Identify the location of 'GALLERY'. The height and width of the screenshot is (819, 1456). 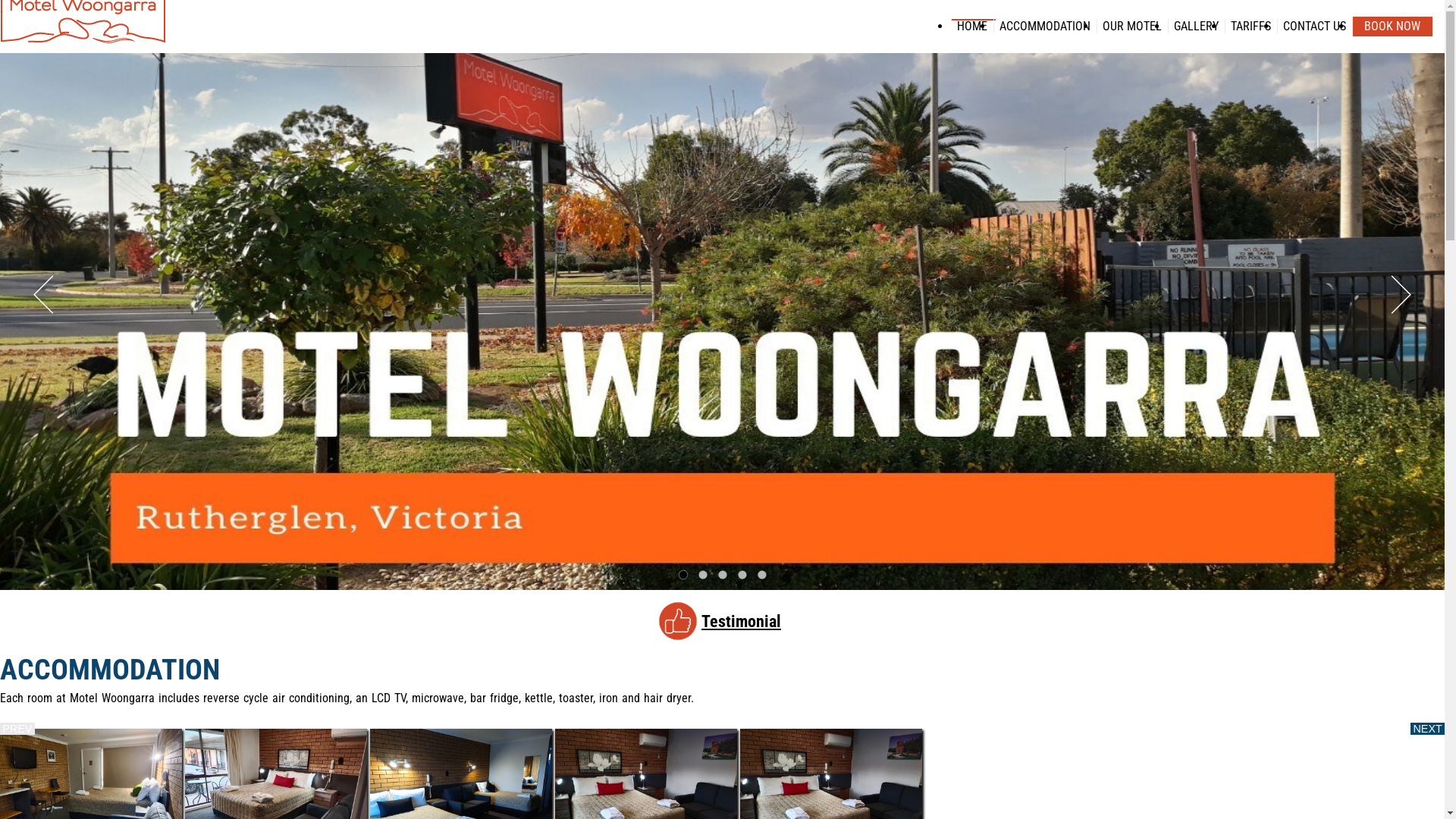
(1195, 26).